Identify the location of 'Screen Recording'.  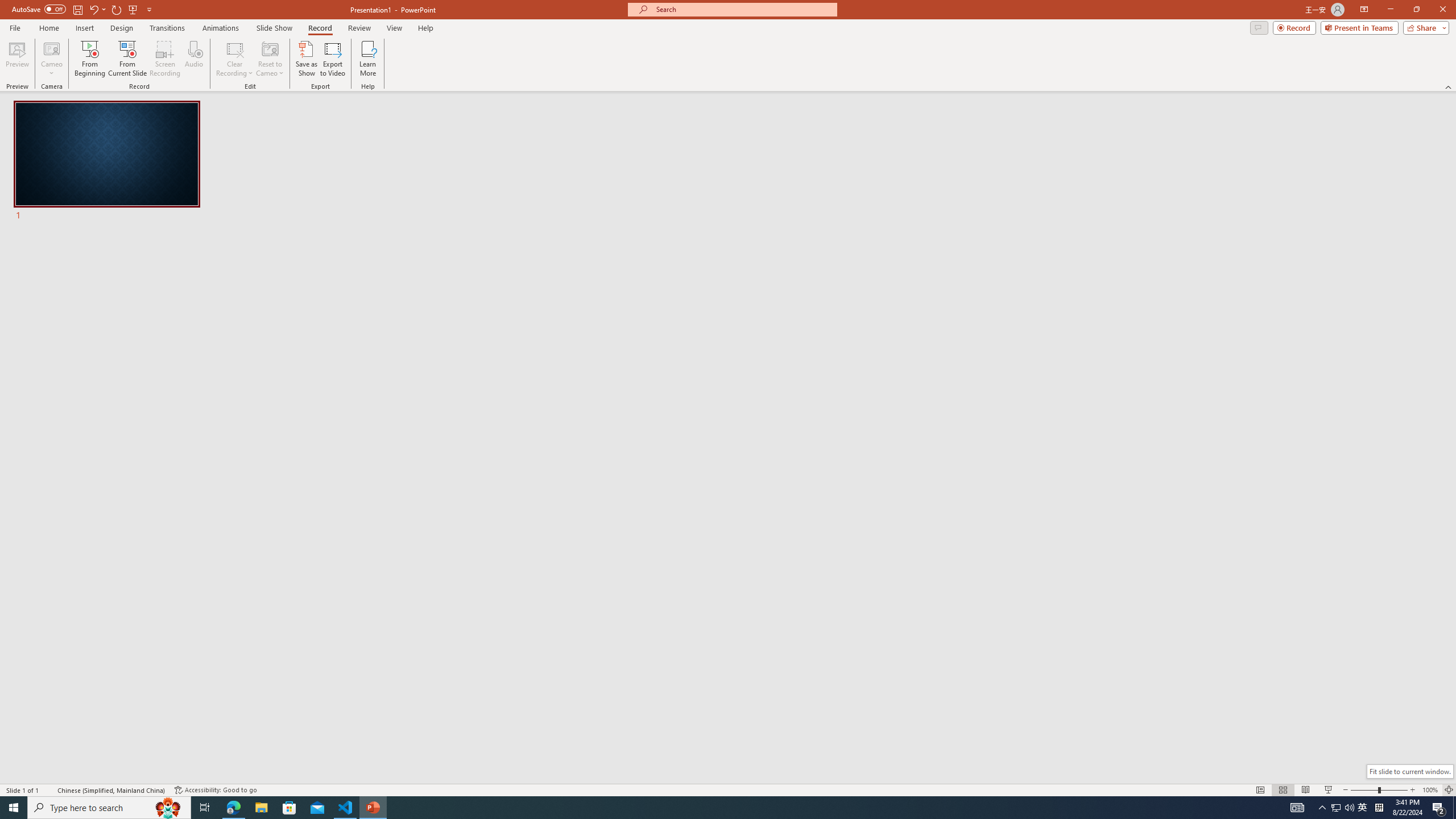
(164, 59).